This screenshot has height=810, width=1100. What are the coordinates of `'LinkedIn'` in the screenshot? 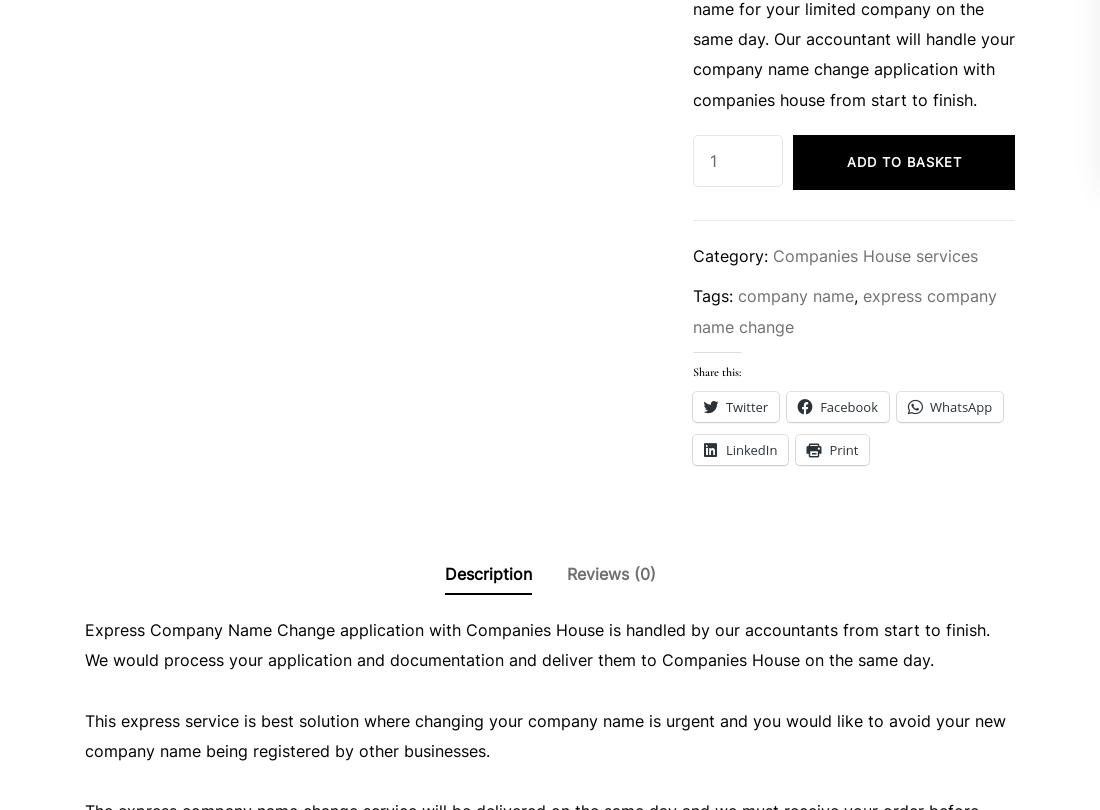 It's located at (750, 450).